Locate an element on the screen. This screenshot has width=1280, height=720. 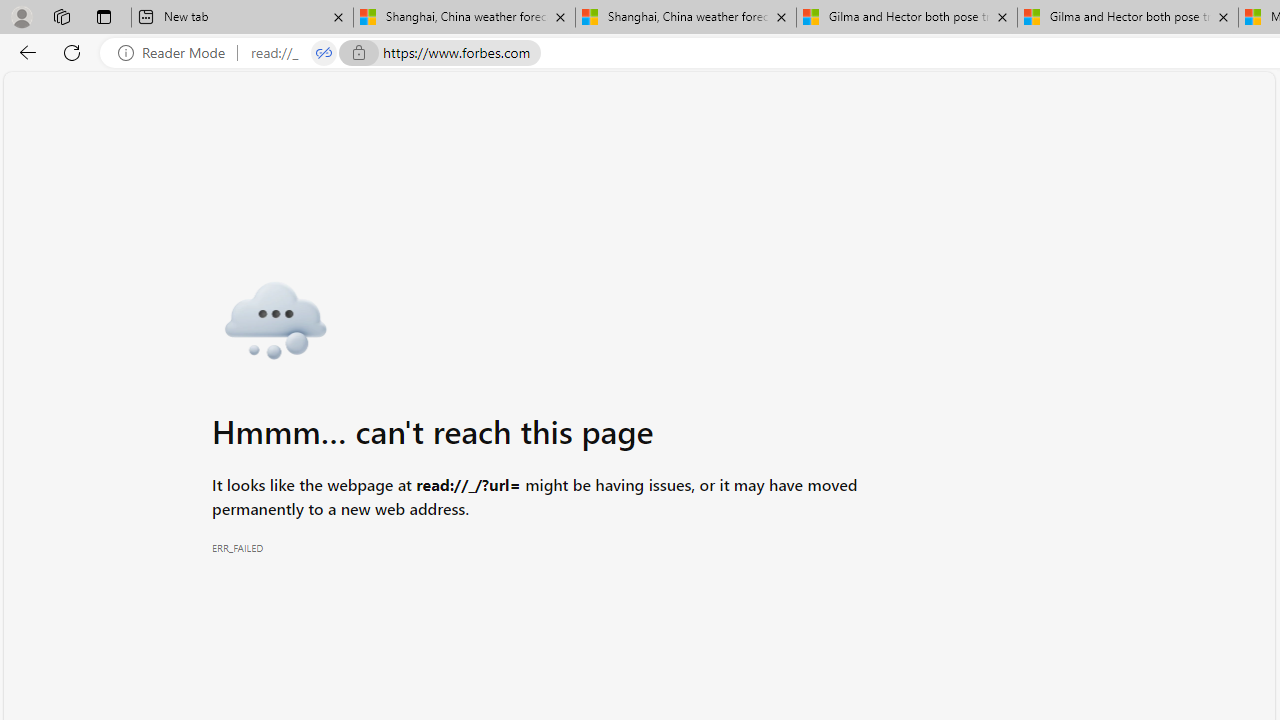
'Gilma and Hector both pose tropical trouble for Hawaii' is located at coordinates (1127, 17).